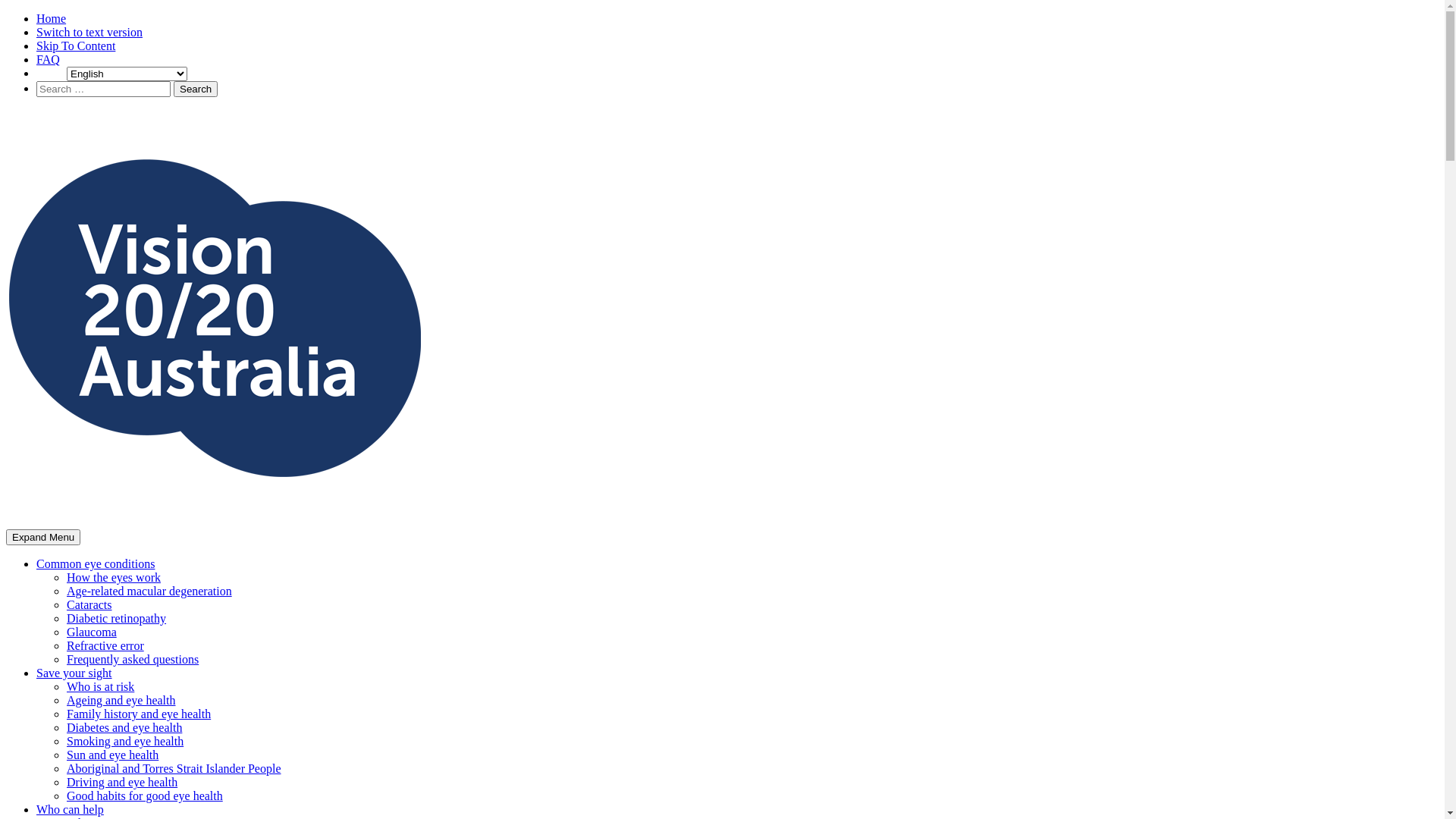 Image resolution: width=1456 pixels, height=819 pixels. I want to click on 'Common eye conditions', so click(94, 563).